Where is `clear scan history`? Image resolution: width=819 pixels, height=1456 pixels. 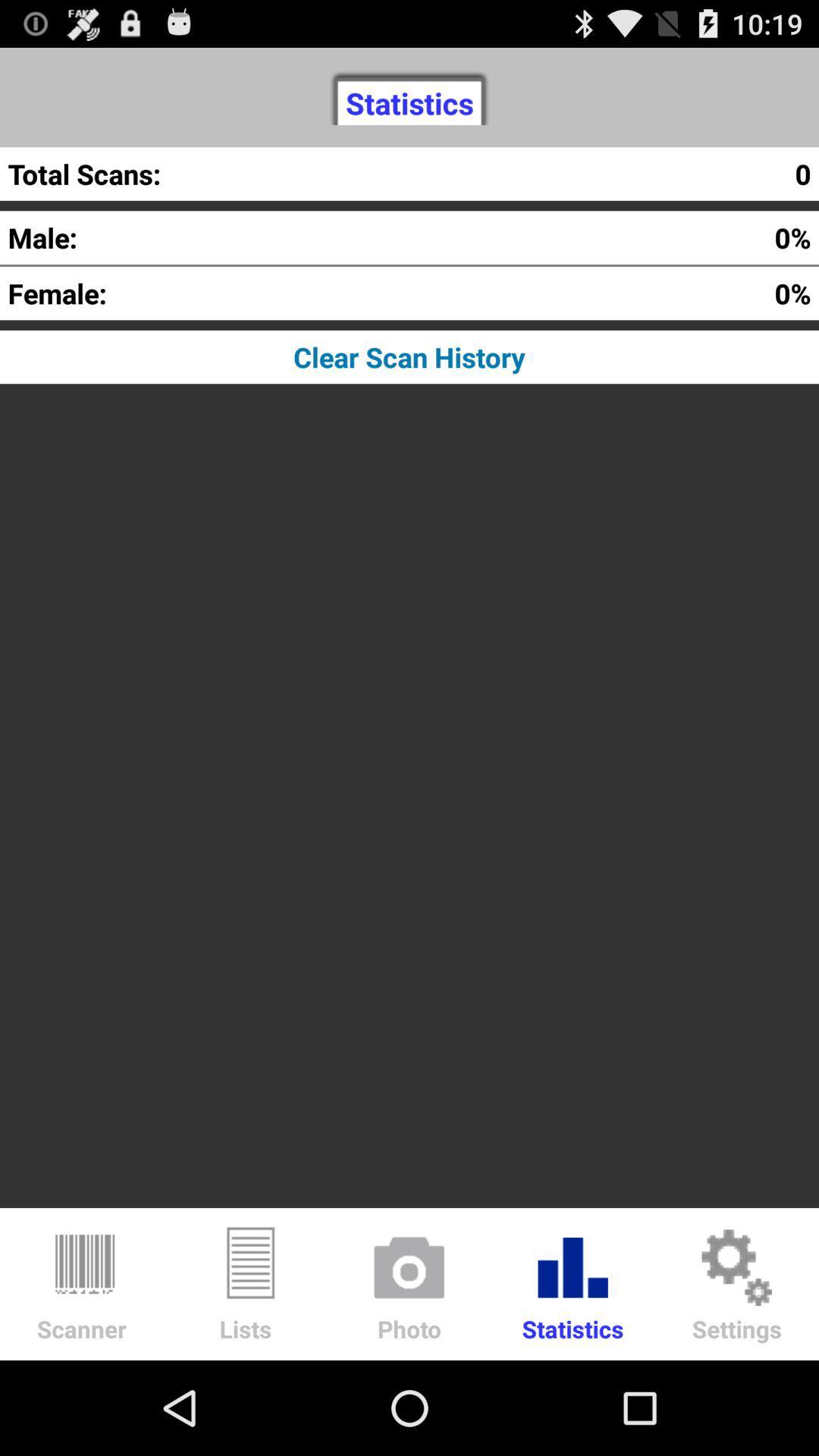
clear scan history is located at coordinates (409, 356).